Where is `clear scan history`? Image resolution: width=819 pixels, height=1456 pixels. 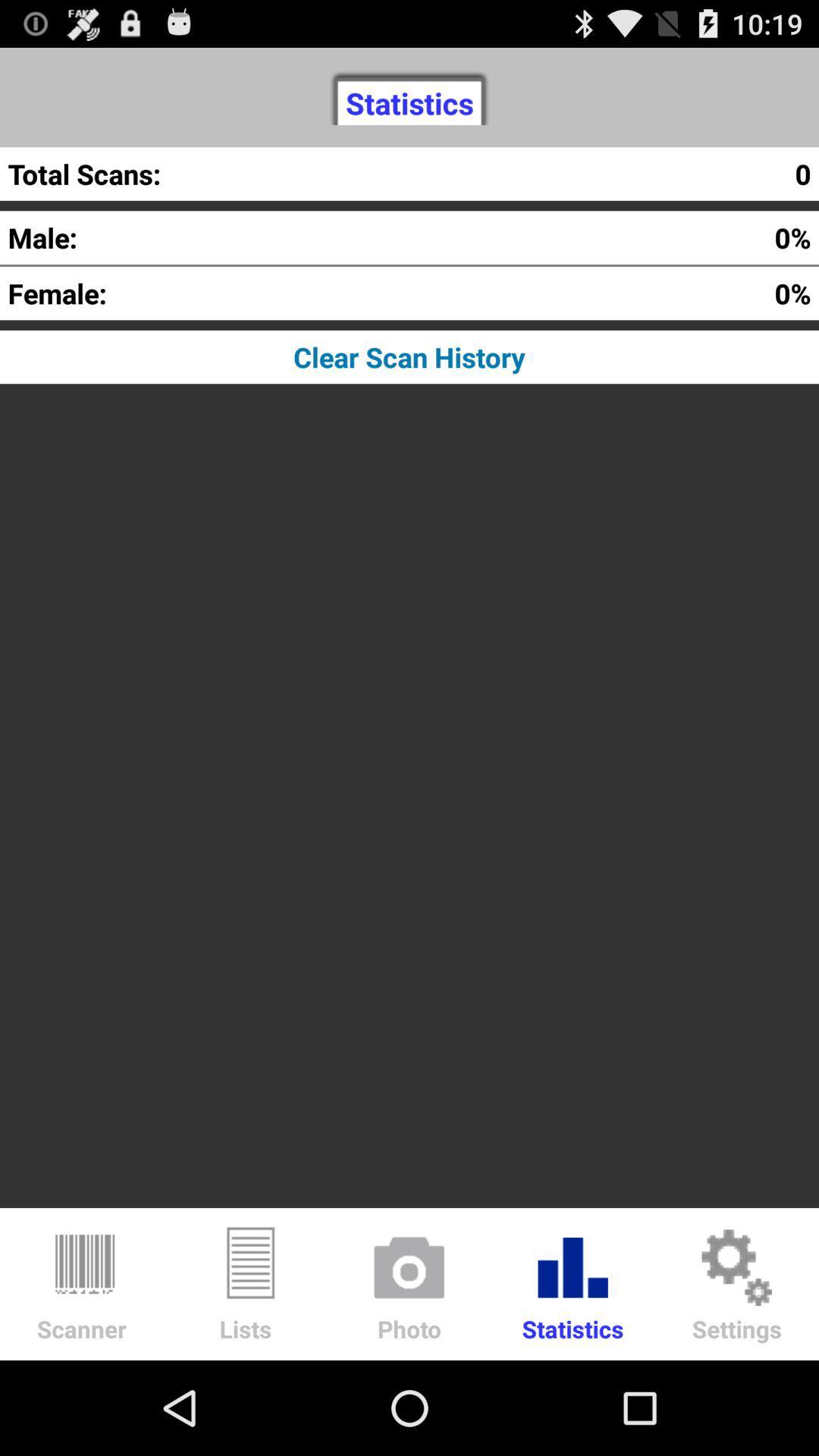
clear scan history is located at coordinates (409, 356).